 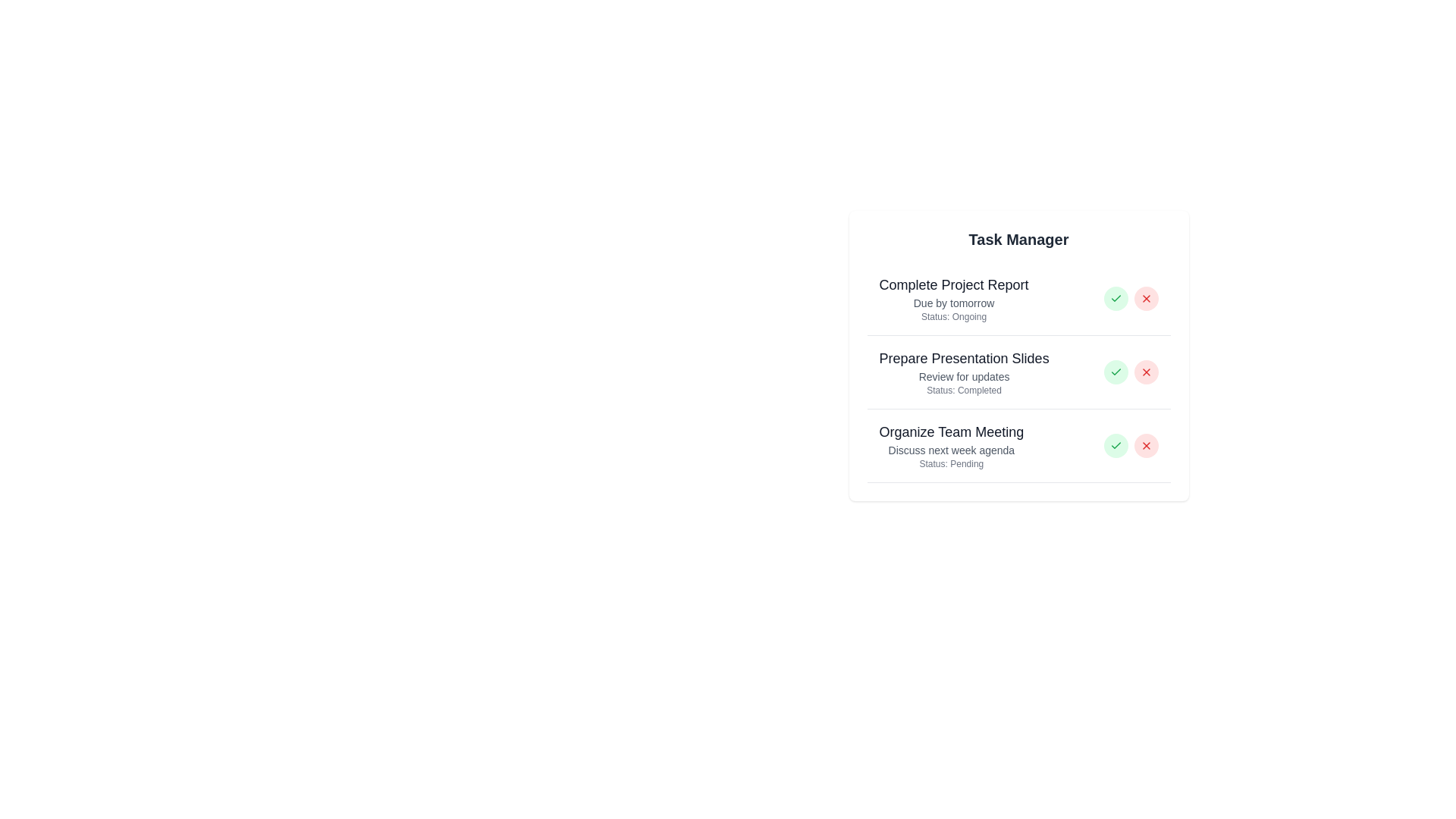 I want to click on the circular red button with a white 'X' icon, which is the second button in the task list, so click(x=1146, y=444).